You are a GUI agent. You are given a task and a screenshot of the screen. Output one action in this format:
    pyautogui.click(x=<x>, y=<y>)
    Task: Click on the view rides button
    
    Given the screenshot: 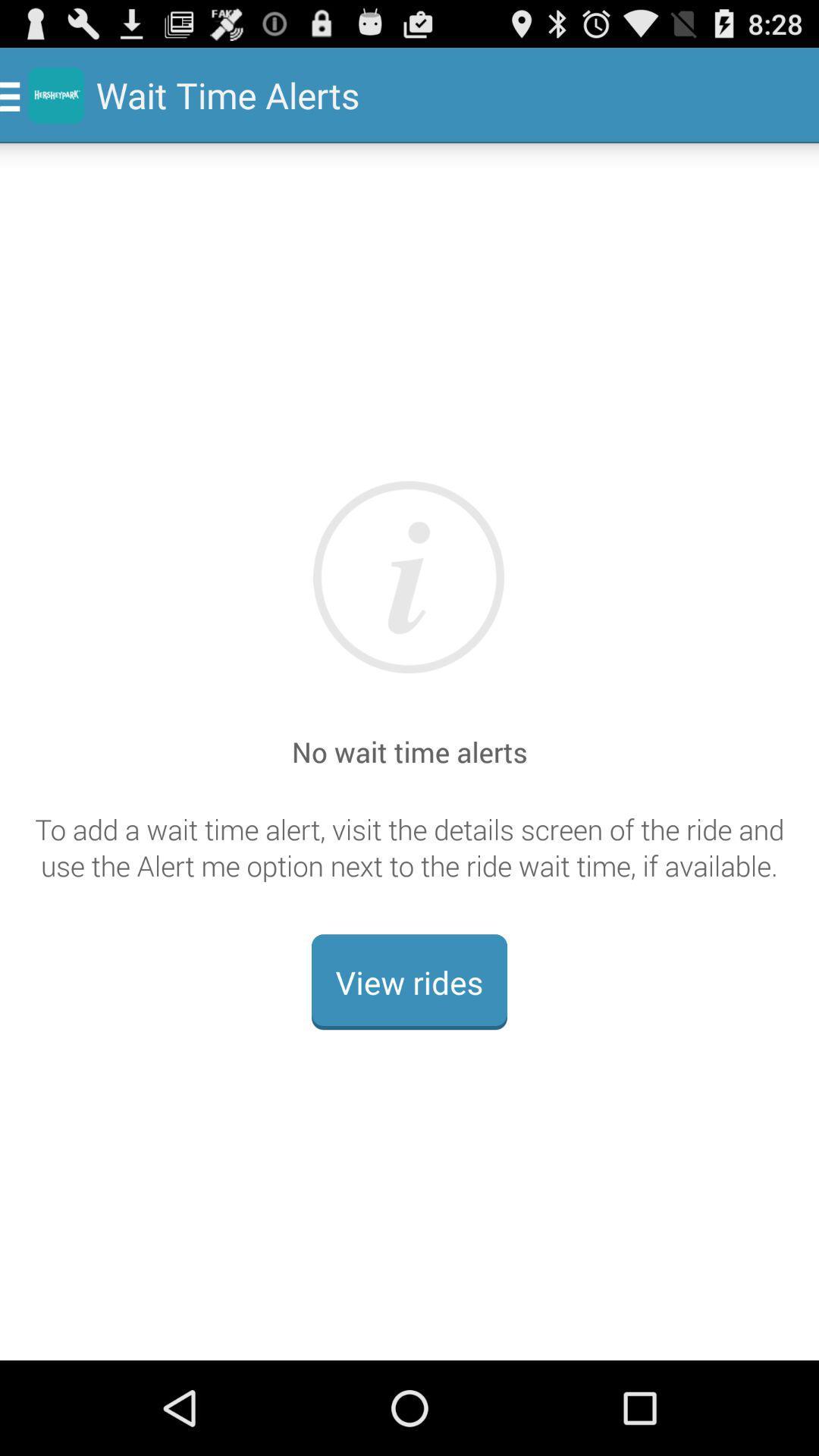 What is the action you would take?
    pyautogui.click(x=409, y=982)
    